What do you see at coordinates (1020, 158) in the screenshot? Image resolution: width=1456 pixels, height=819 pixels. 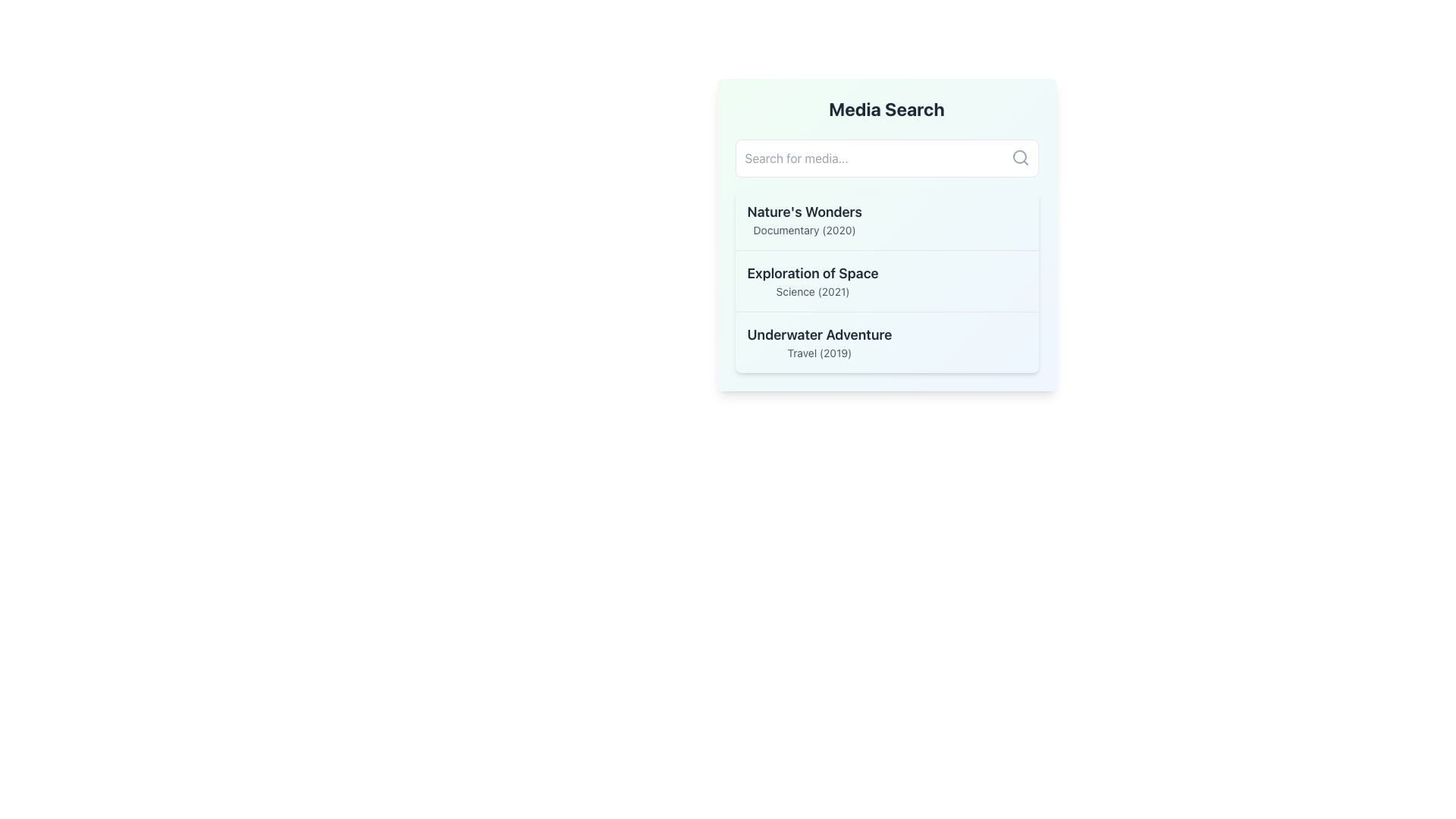 I see `the decorative magnifying glass icon located at the top-right corner of the search bar interface` at bounding box center [1020, 158].